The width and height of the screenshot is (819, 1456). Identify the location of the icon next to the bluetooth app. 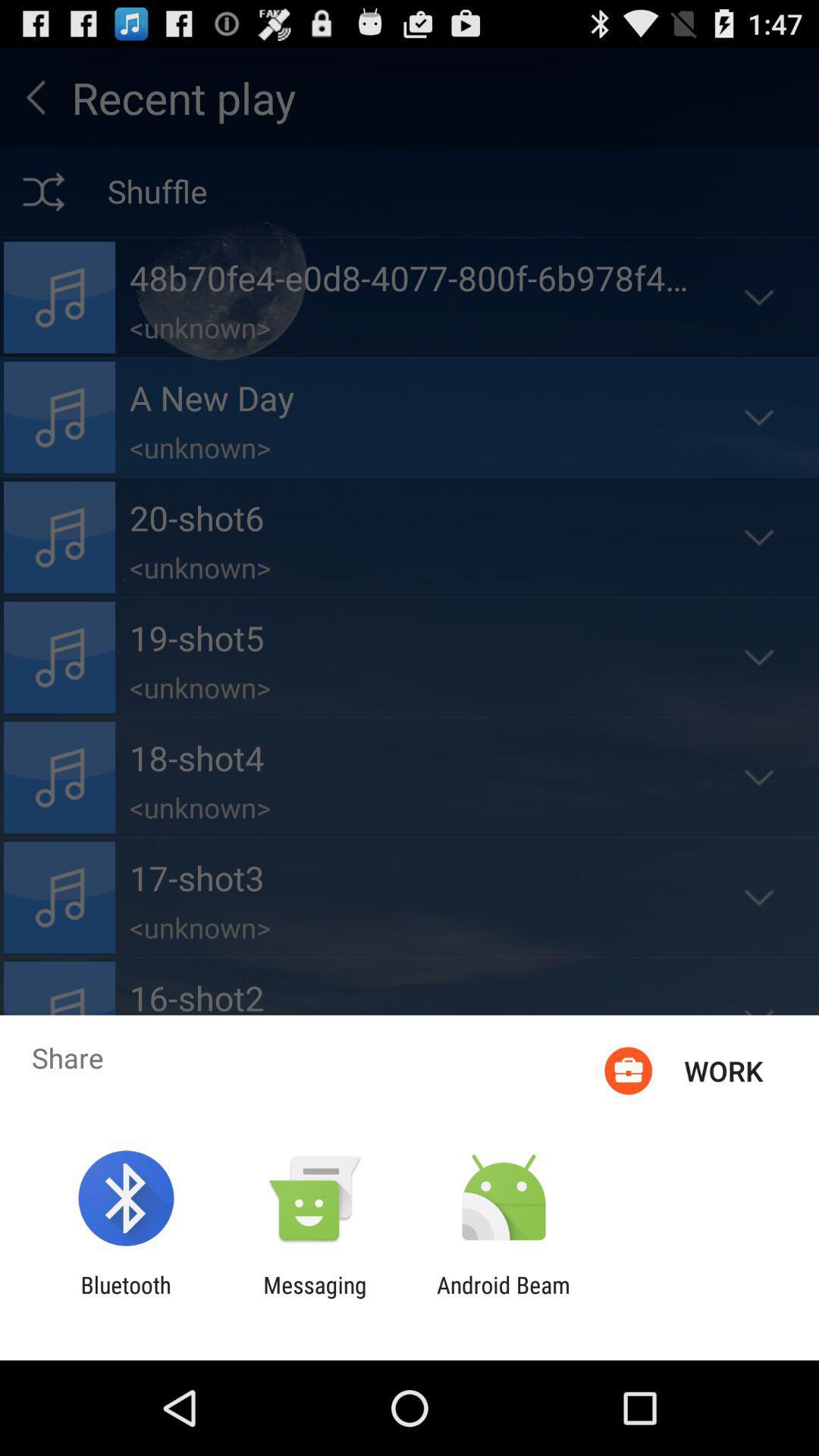
(314, 1298).